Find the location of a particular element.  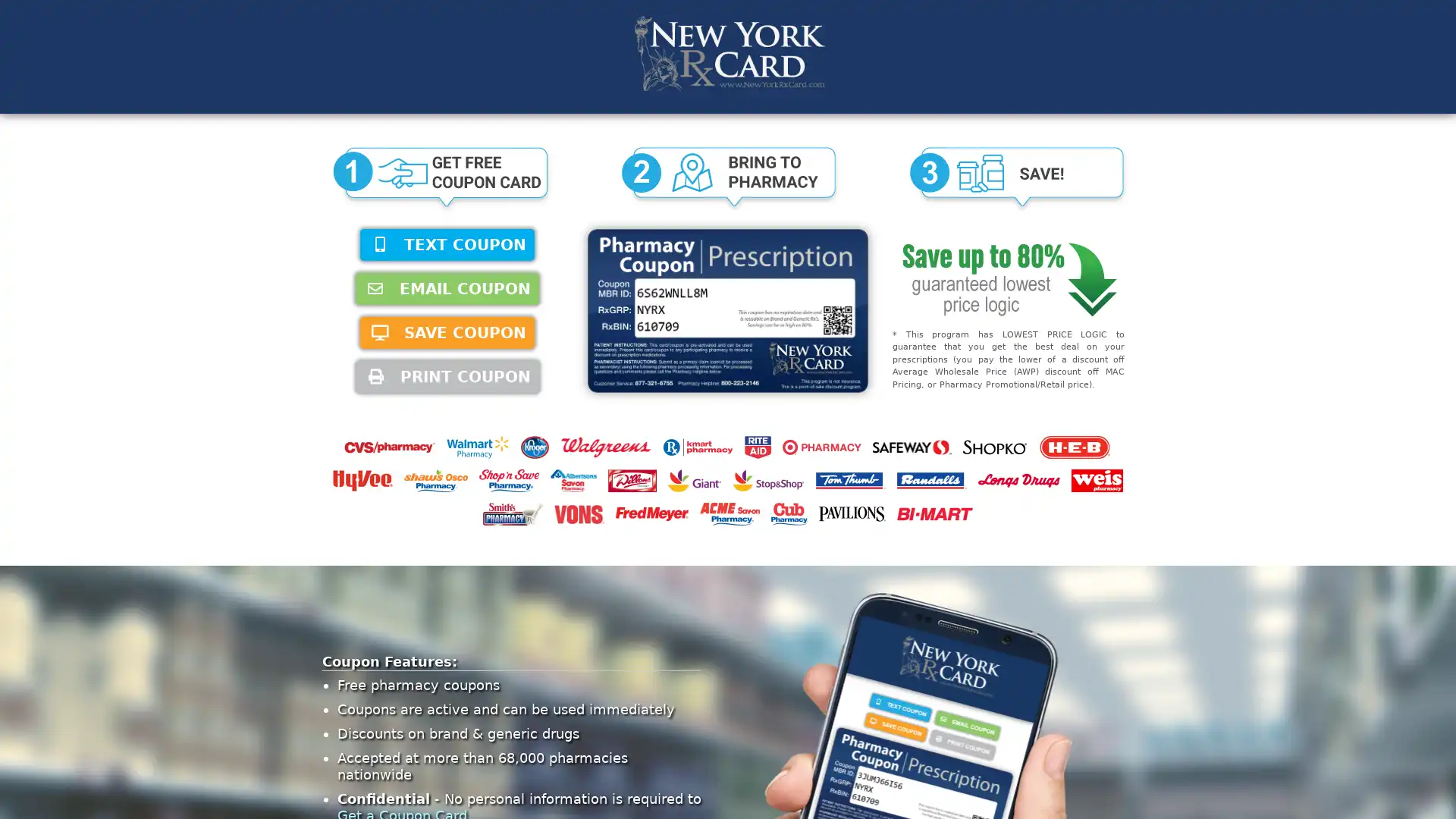

EMAIL COUPON is located at coordinates (447, 289).